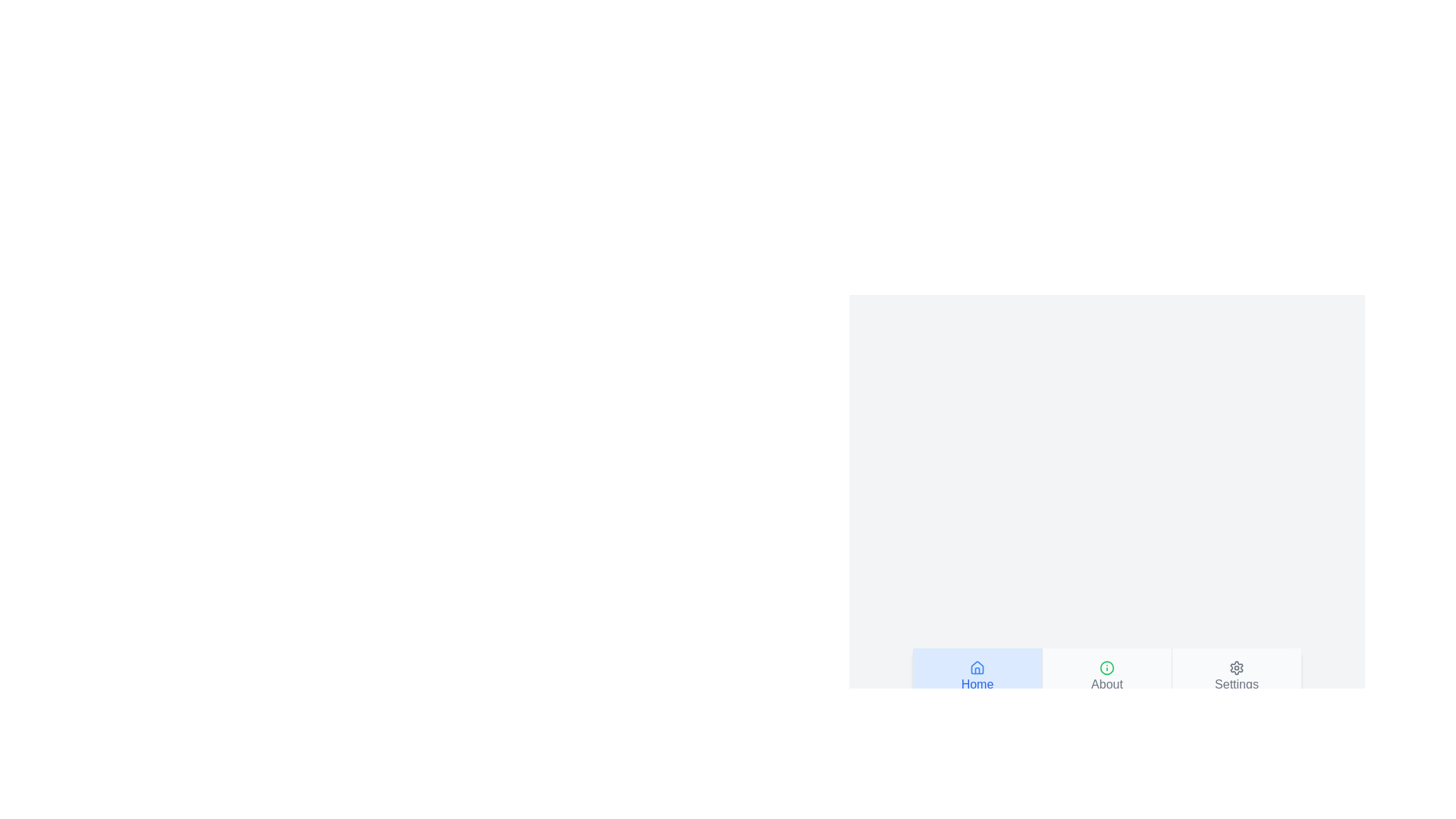 The width and height of the screenshot is (1456, 819). I want to click on the Settings tab, so click(1236, 676).